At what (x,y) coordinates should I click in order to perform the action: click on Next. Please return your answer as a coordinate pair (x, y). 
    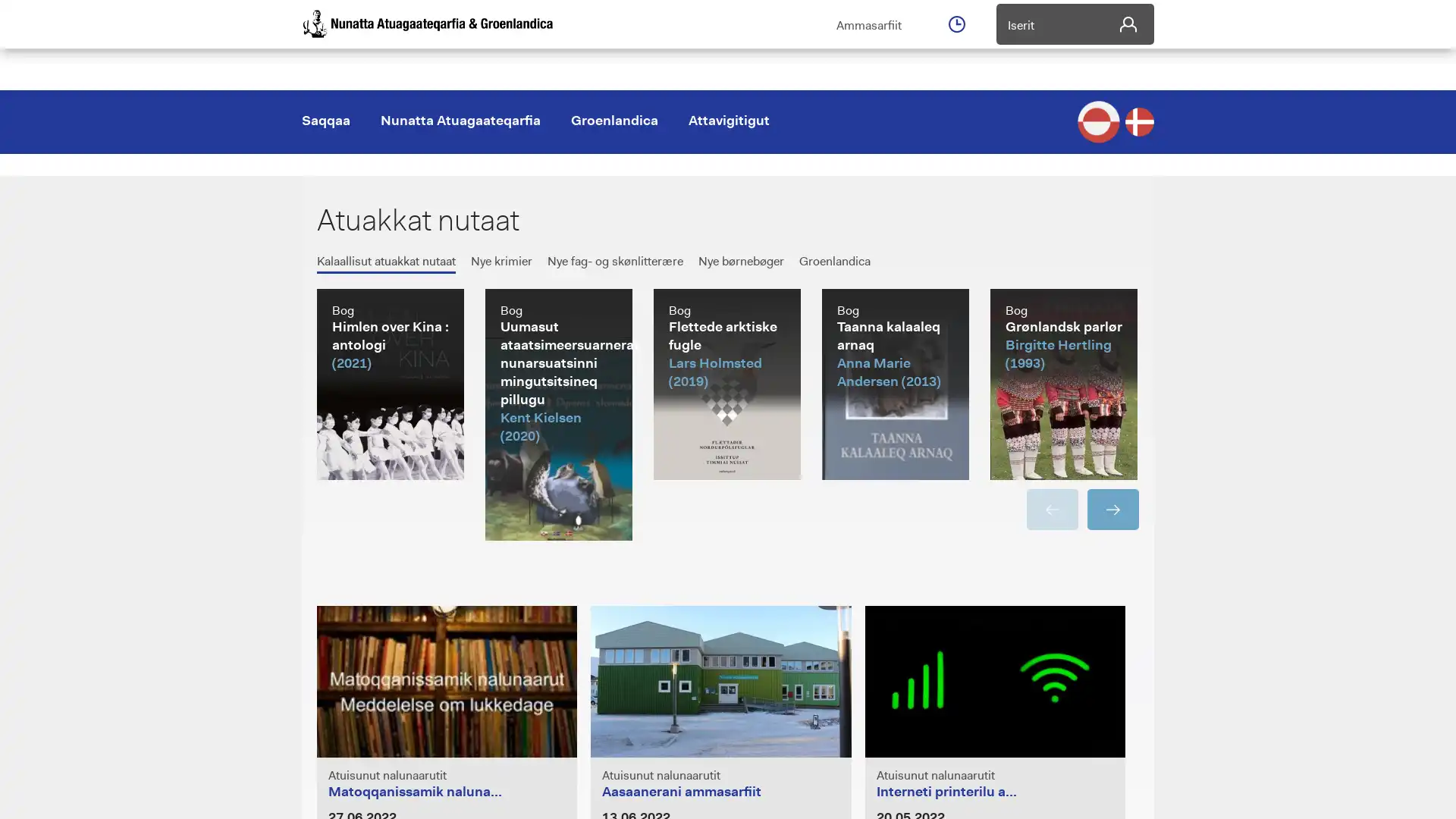
    Looking at the image, I should click on (1113, 509).